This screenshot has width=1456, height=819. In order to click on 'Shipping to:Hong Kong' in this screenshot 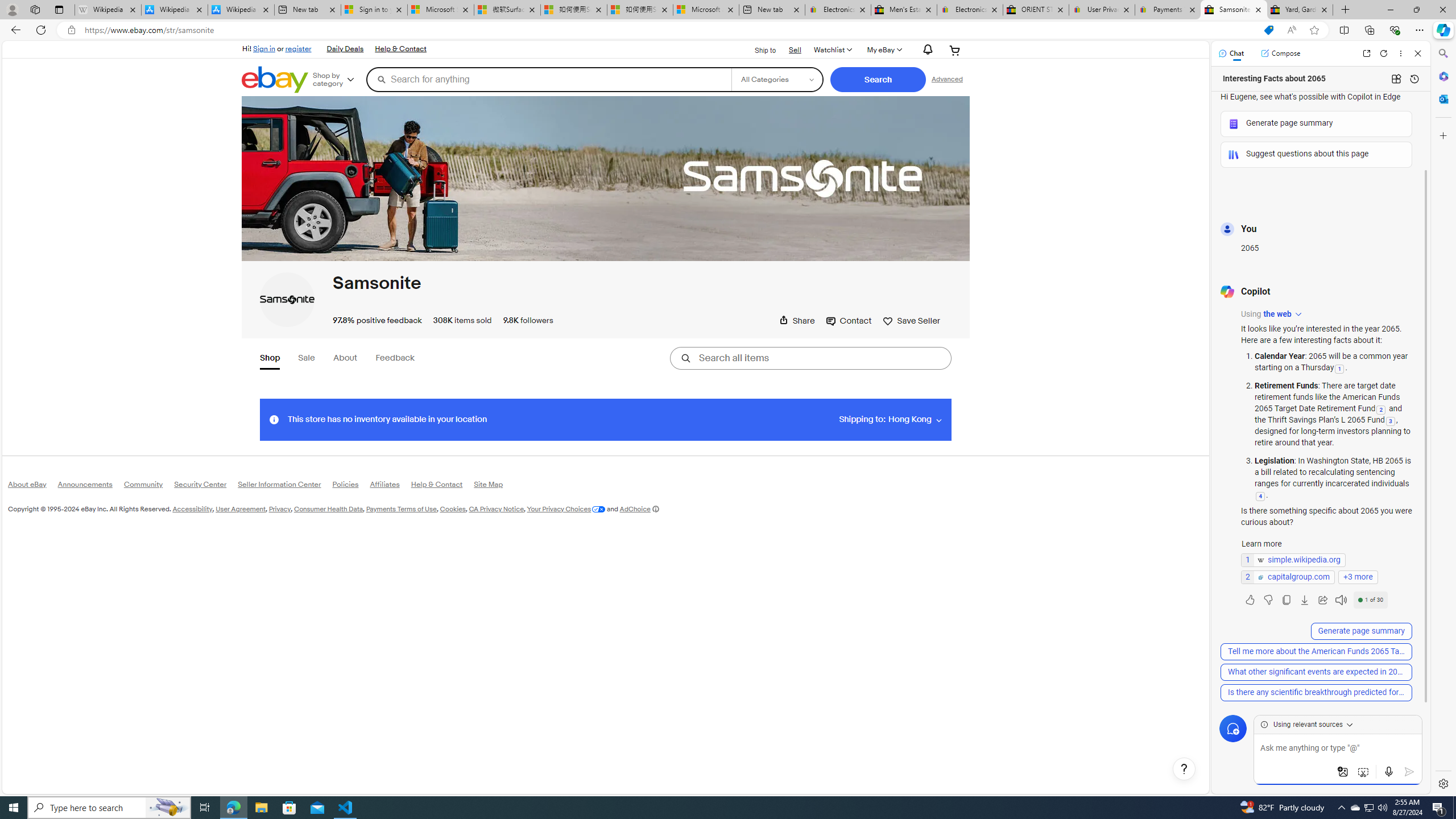, I will do `click(890, 419)`.